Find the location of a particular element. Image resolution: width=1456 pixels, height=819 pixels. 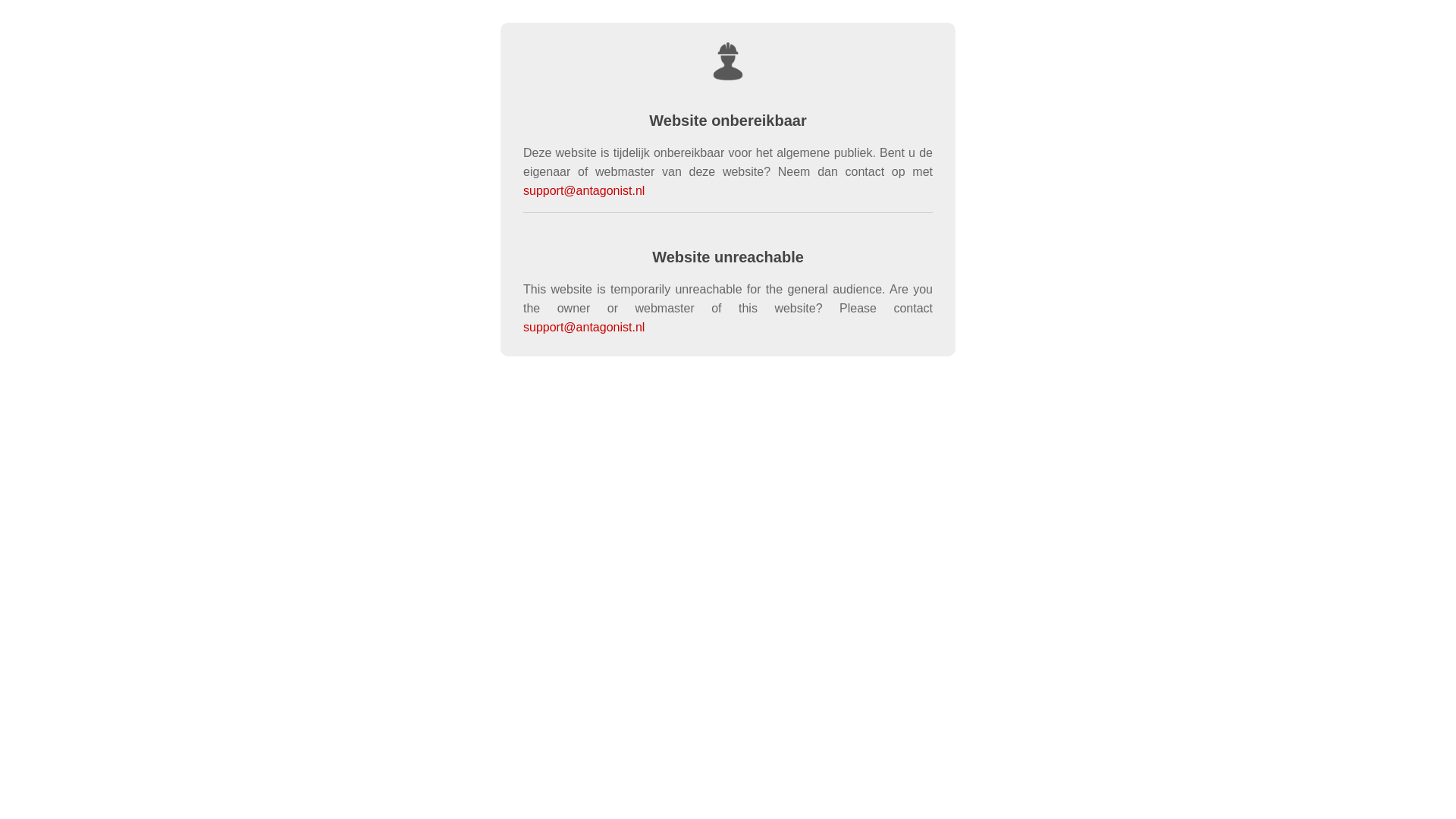

'support@antagonist.nl' is located at coordinates (523, 190).